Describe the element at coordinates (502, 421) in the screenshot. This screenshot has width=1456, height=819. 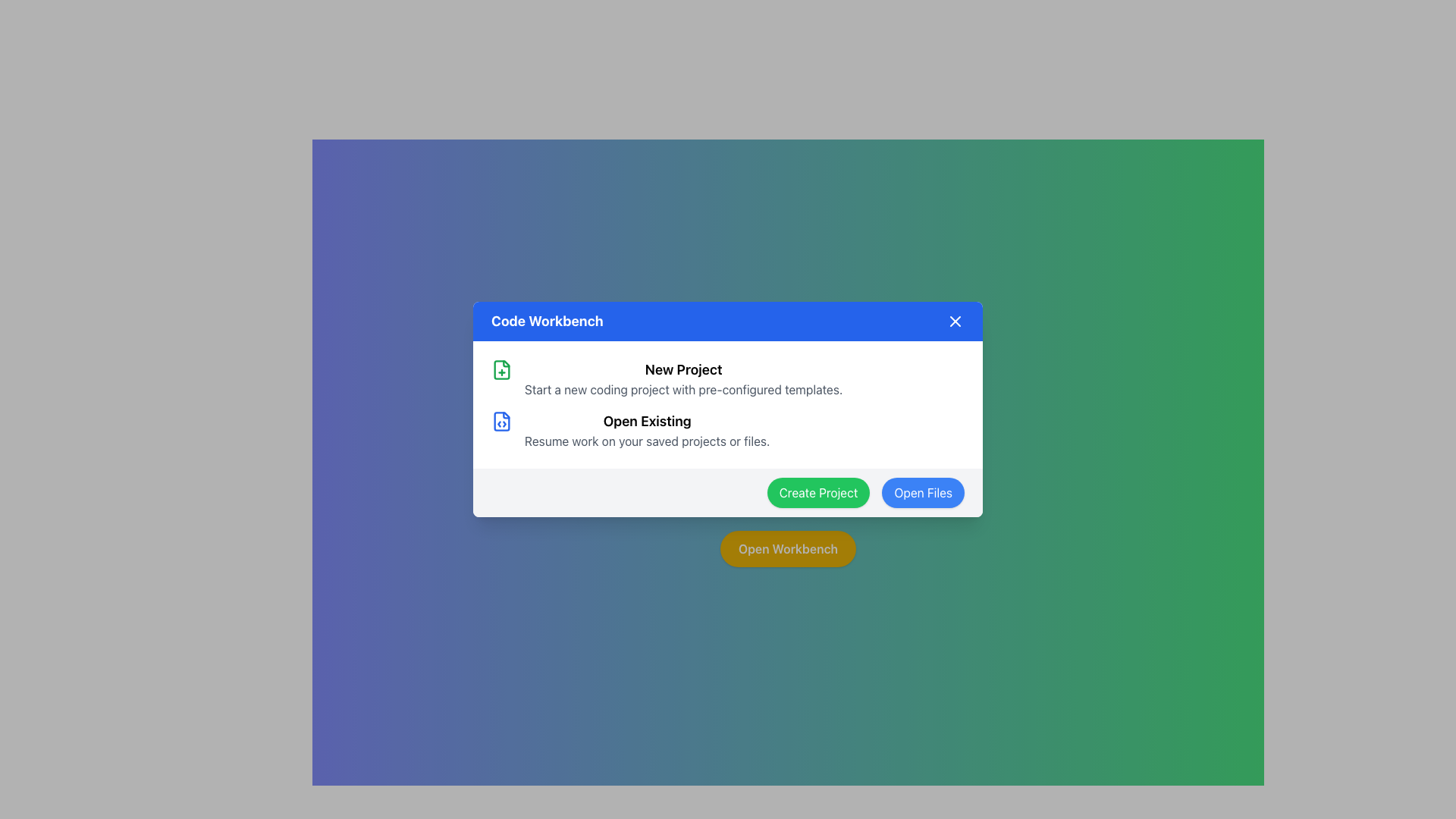
I see `the file icon resembling a document with a folded corner, located in the 'Code Workbench' modal, directly to the left of the 'Open Existing' text` at that location.